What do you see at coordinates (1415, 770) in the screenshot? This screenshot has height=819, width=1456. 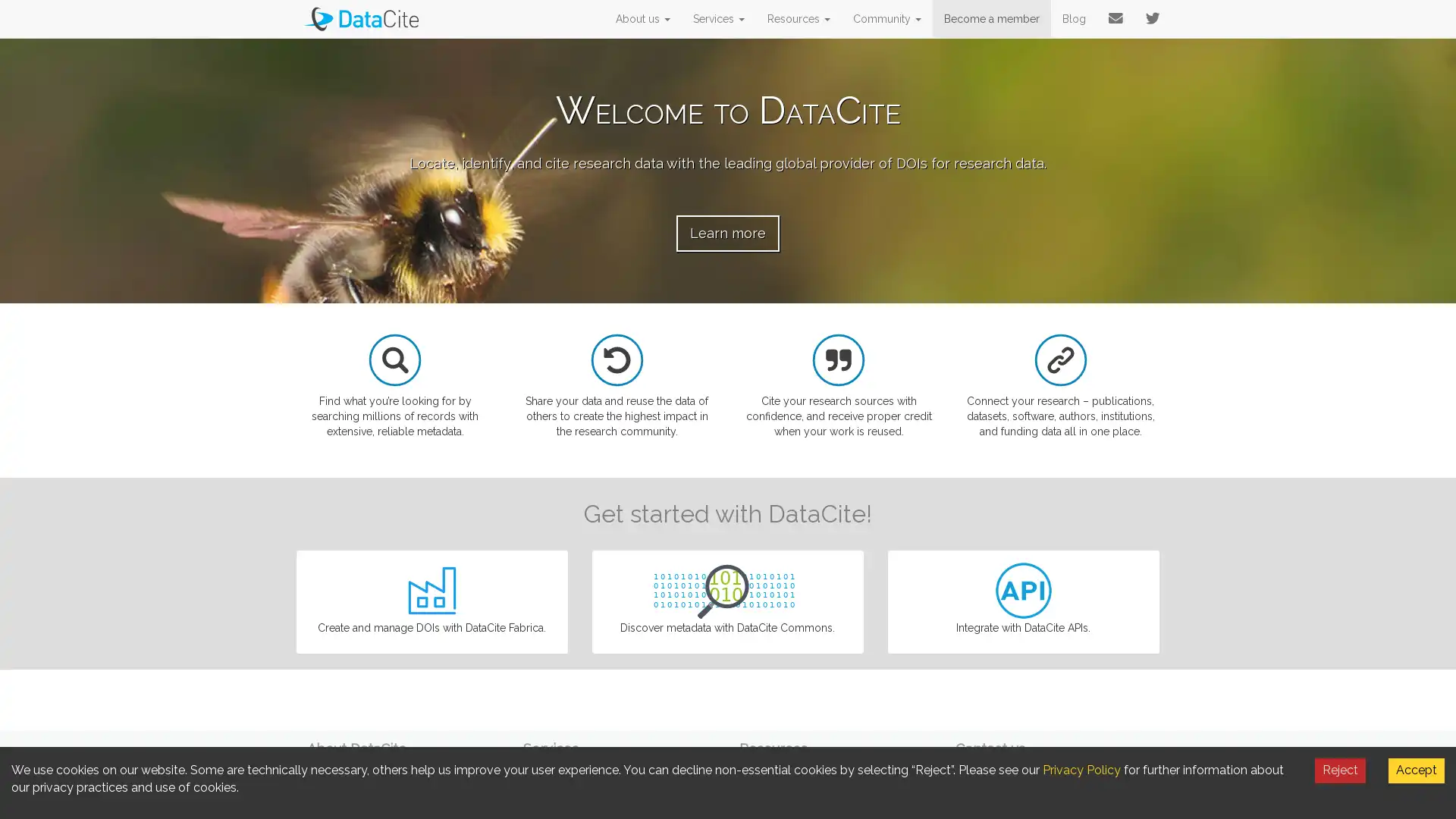 I see `Accept cookies` at bounding box center [1415, 770].